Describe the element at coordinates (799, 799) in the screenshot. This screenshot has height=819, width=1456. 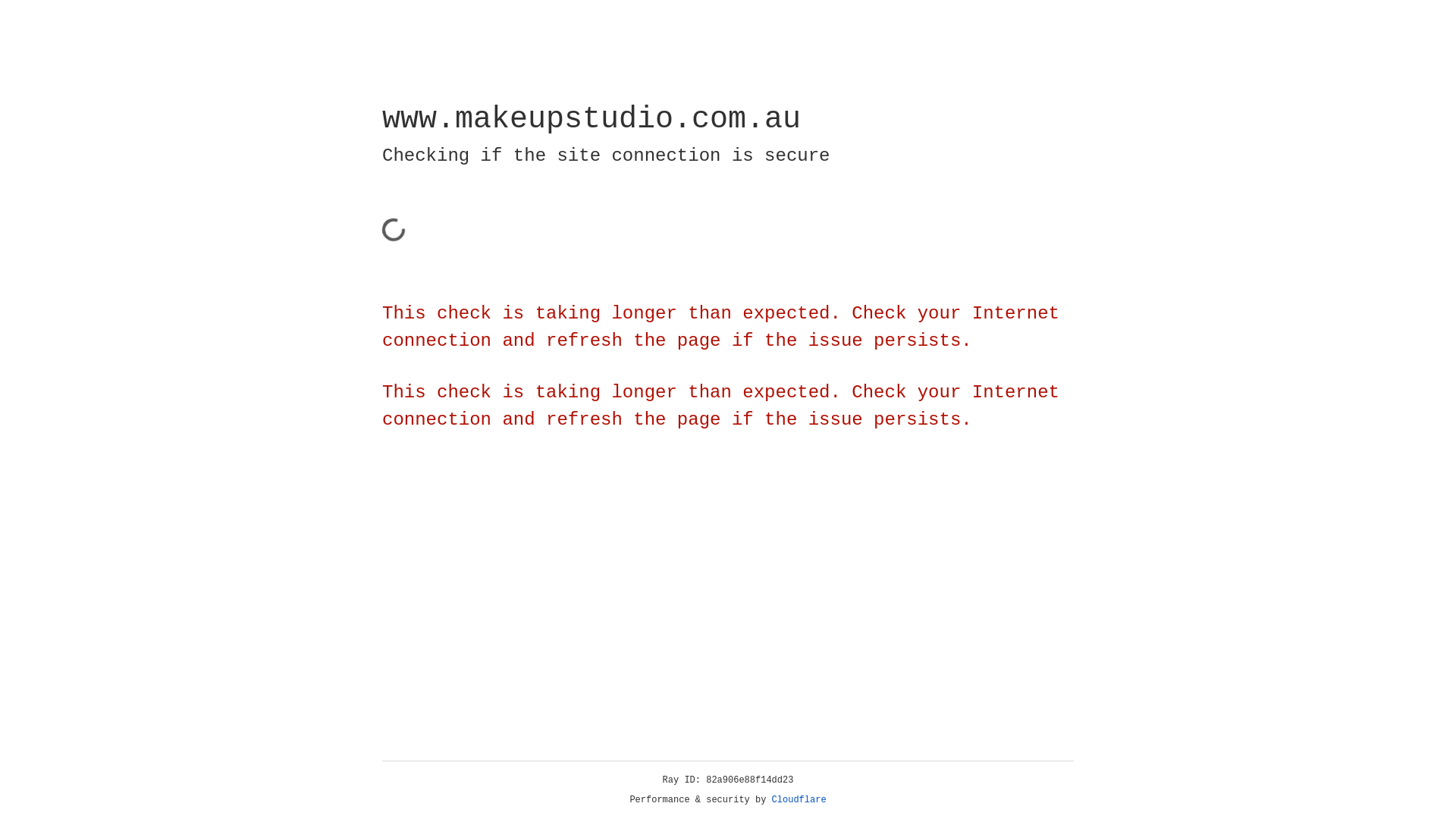
I see `'Cloudflare'` at that location.